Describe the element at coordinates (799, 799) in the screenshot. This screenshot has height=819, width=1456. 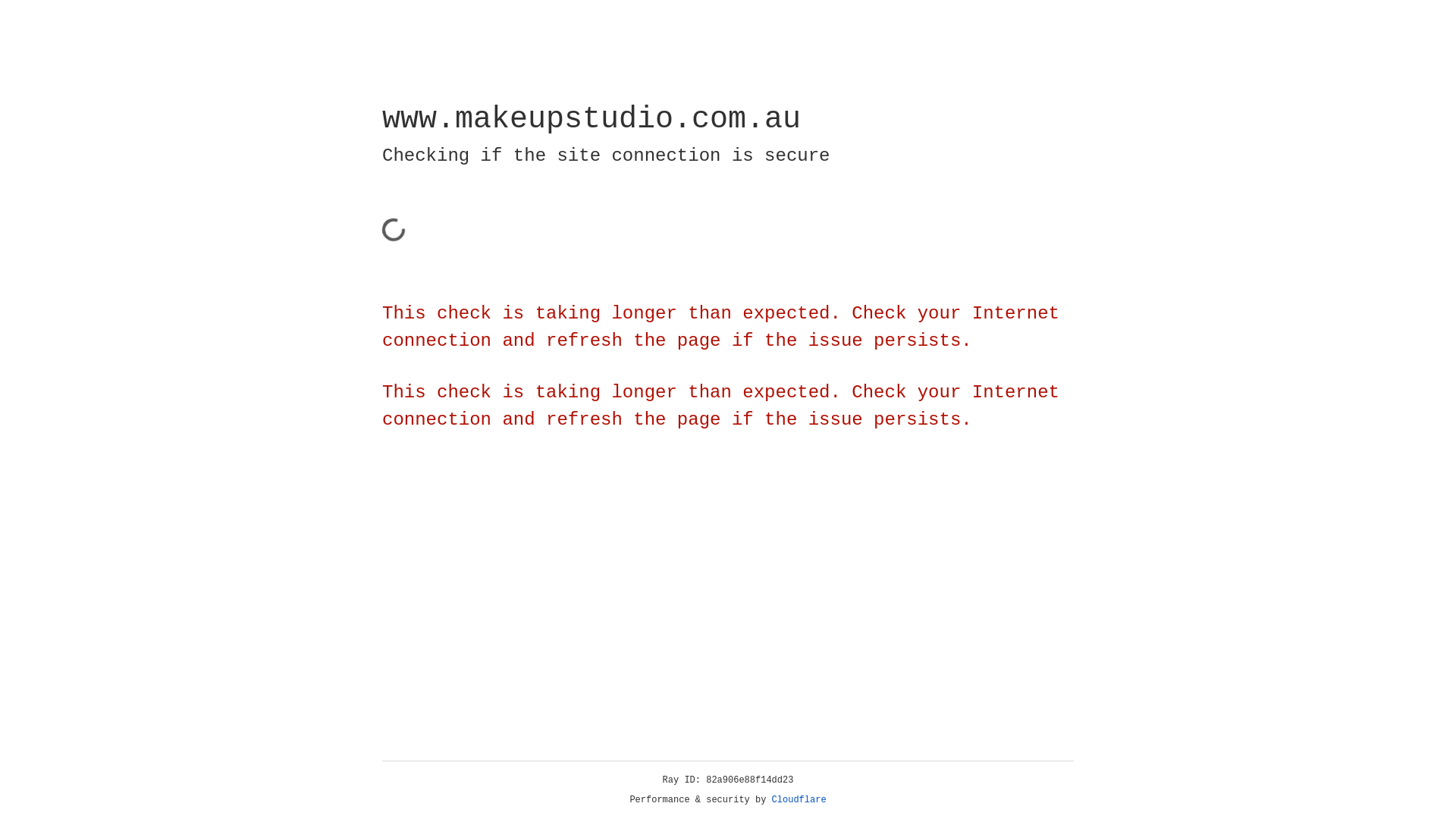
I see `'Cloudflare'` at that location.